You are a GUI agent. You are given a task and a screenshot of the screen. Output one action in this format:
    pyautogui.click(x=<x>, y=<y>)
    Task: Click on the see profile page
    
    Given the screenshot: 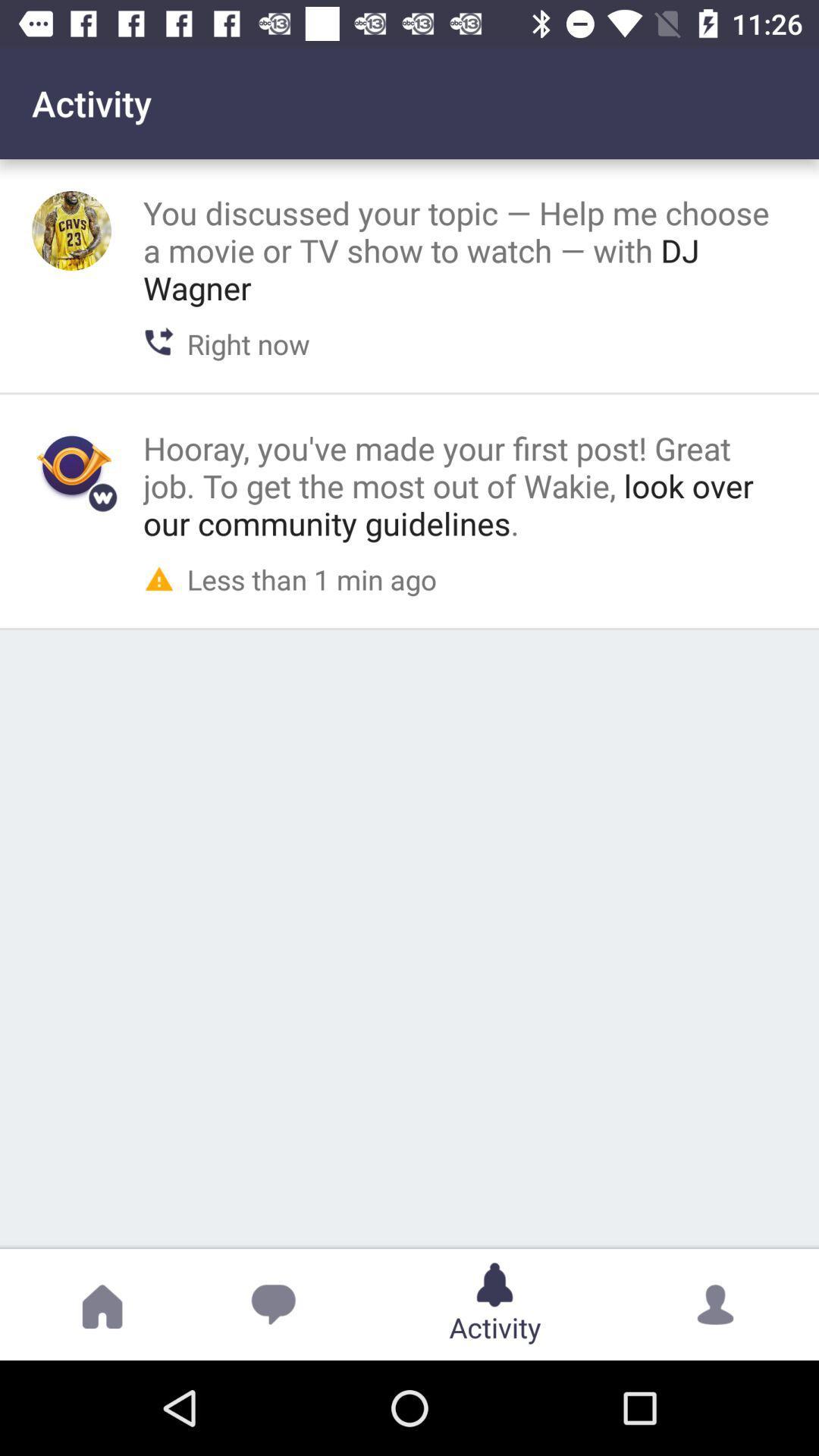 What is the action you would take?
    pyautogui.click(x=71, y=465)
    